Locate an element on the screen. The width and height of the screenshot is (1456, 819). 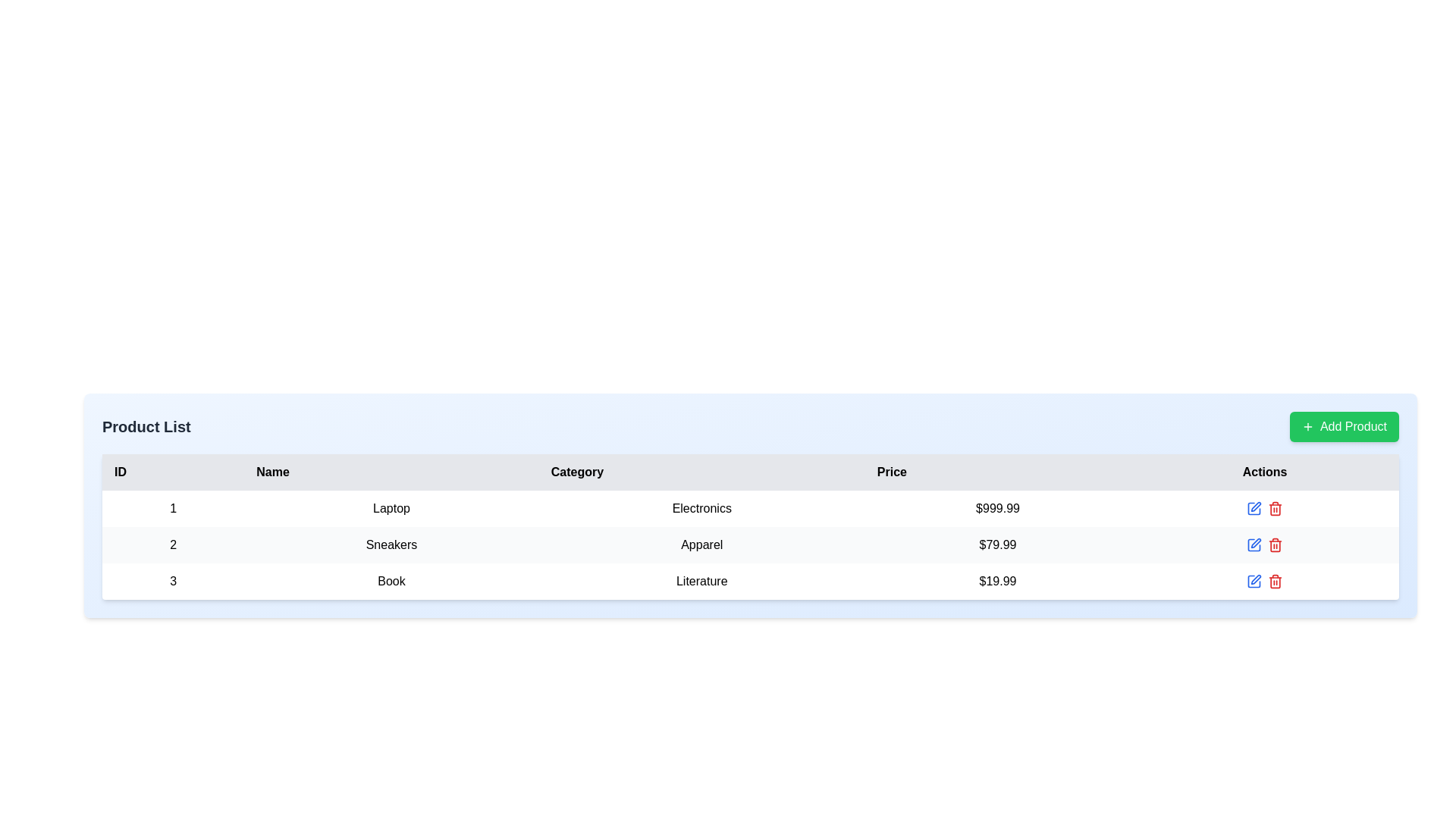
the text display cell located in the first column of the third row in the 'Product List' table, which shows the index or identifier for the item is located at coordinates (173, 581).